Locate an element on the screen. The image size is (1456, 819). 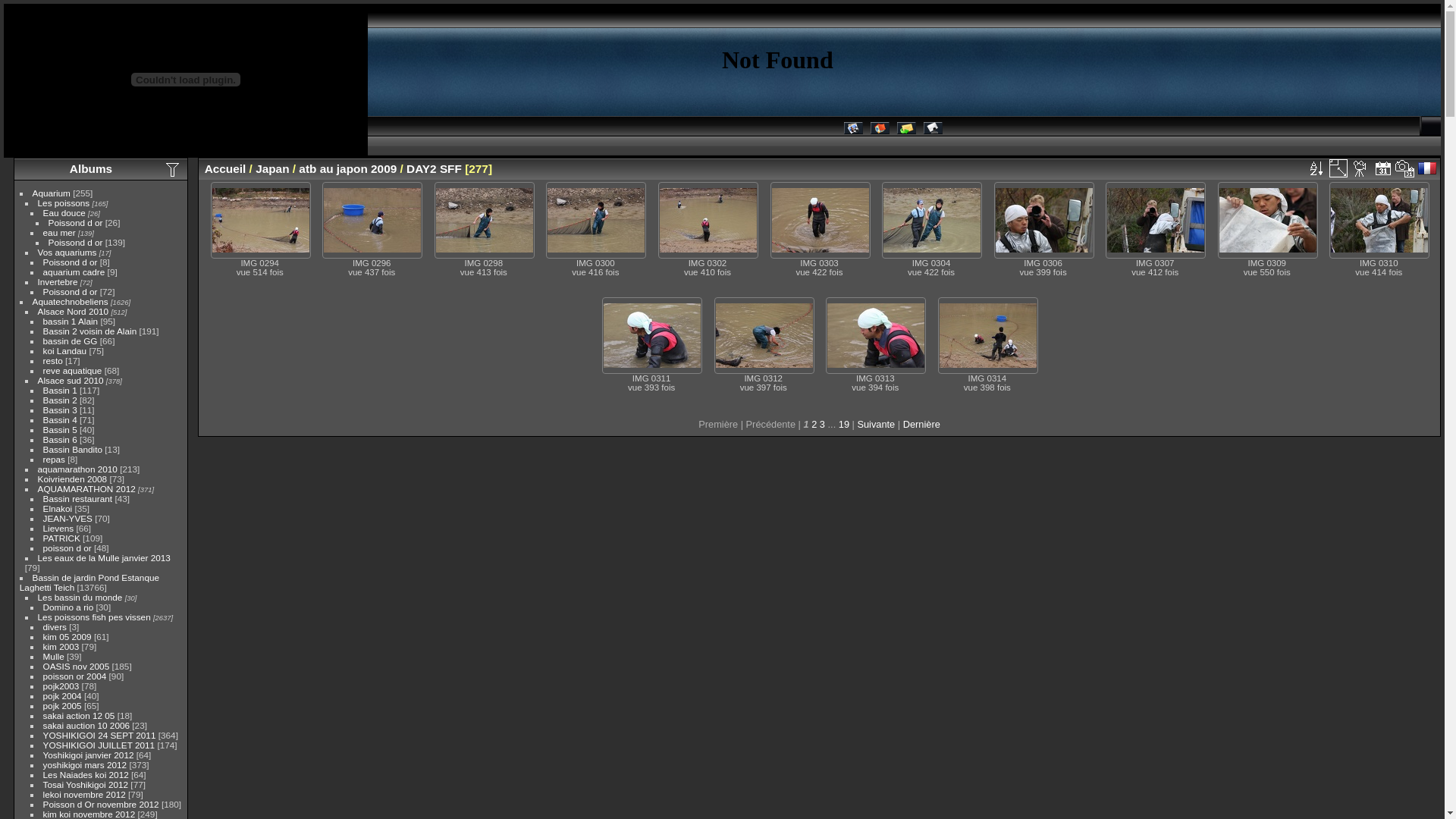
'JEAN-YVES' is located at coordinates (67, 517).